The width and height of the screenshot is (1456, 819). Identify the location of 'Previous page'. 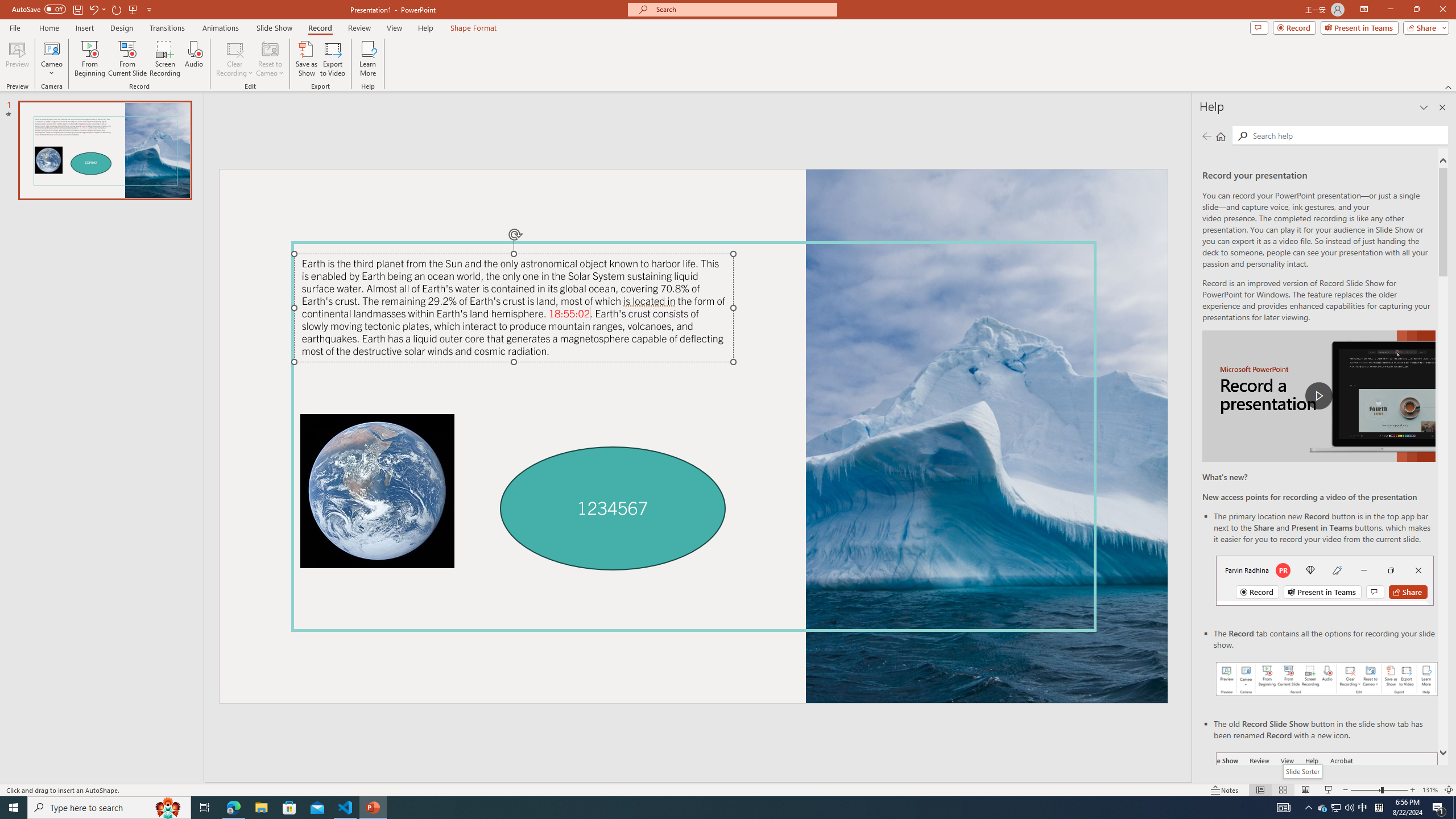
(1206, 135).